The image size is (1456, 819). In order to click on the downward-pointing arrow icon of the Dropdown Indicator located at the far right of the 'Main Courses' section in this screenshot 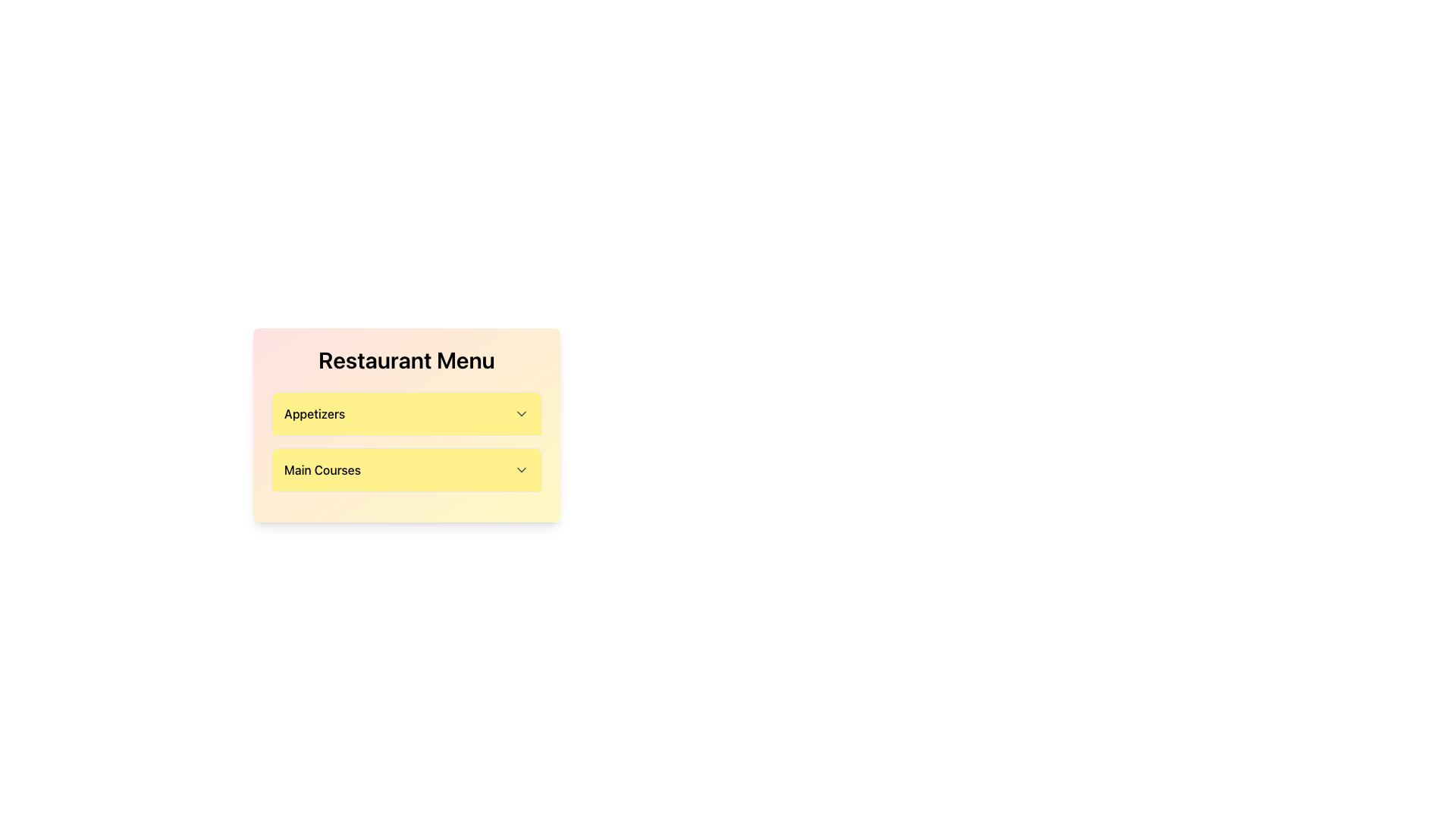, I will do `click(521, 469)`.